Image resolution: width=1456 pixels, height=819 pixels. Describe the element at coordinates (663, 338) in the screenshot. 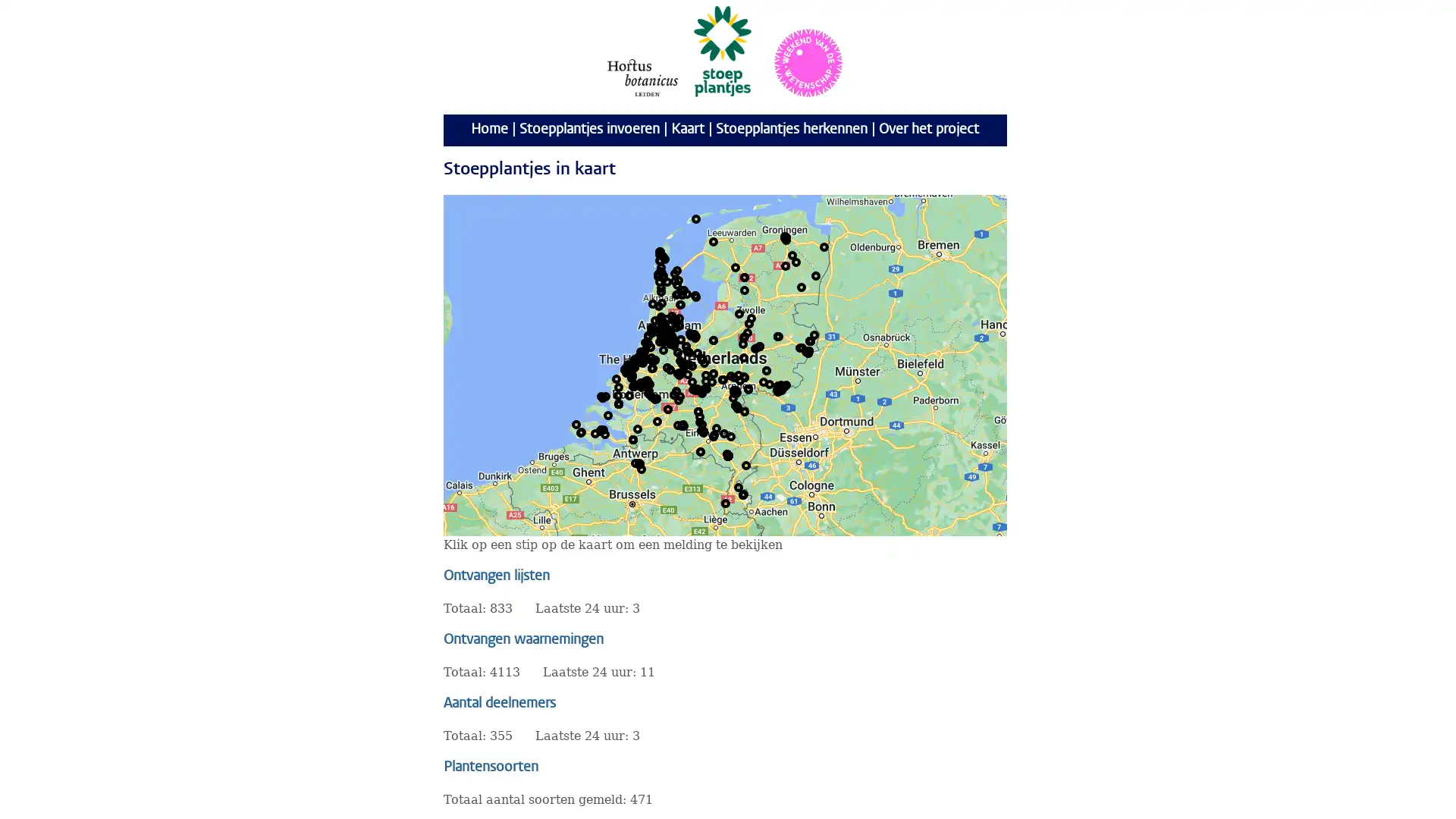

I see `Telling van op 09 oktober 2021` at that location.